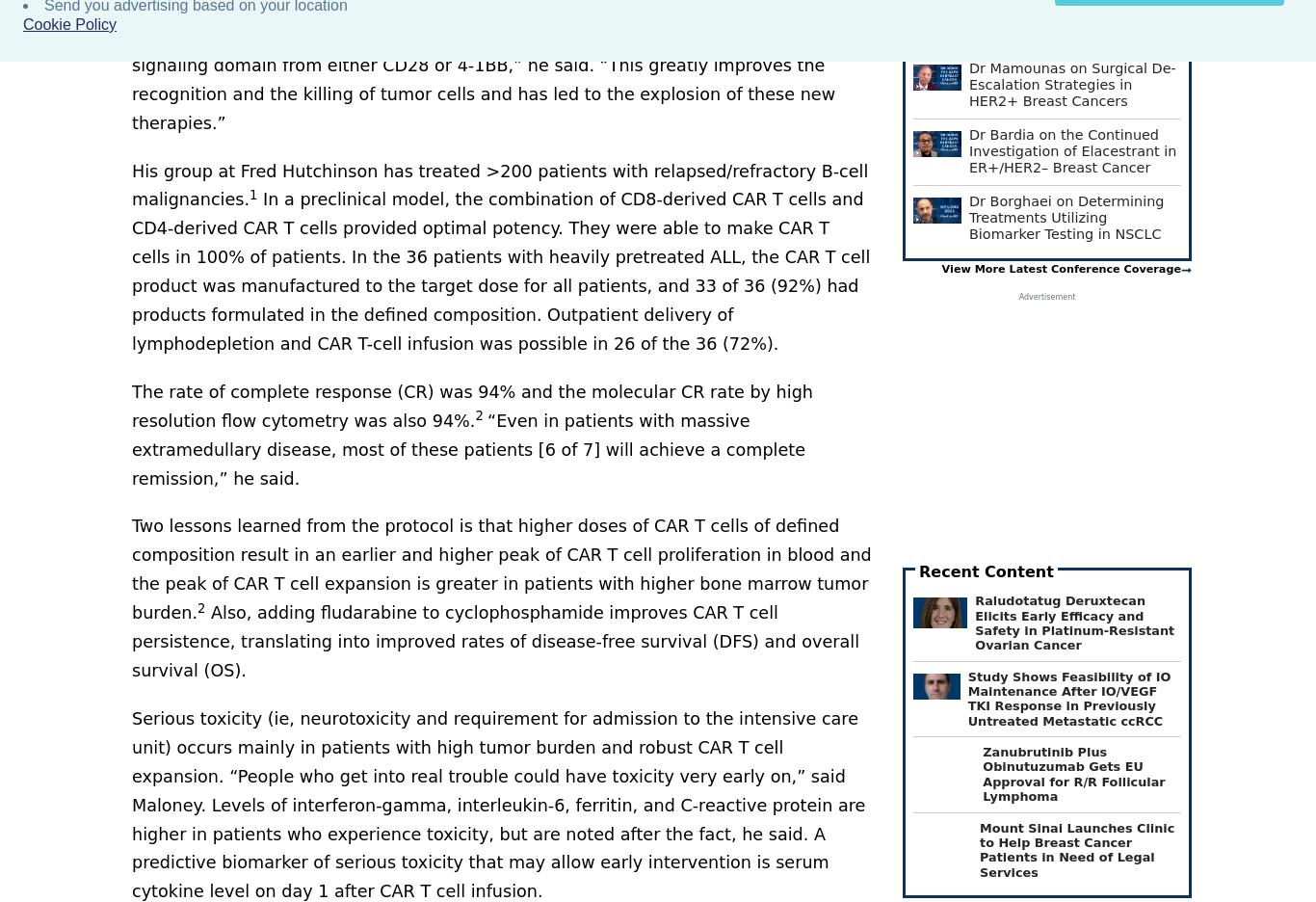 Image resolution: width=1316 pixels, height=902 pixels. I want to click on 'Zanubrutinib Plus Obinutuzumab Gets EU Approval for R/R Follicular Lymphoma', so click(982, 773).